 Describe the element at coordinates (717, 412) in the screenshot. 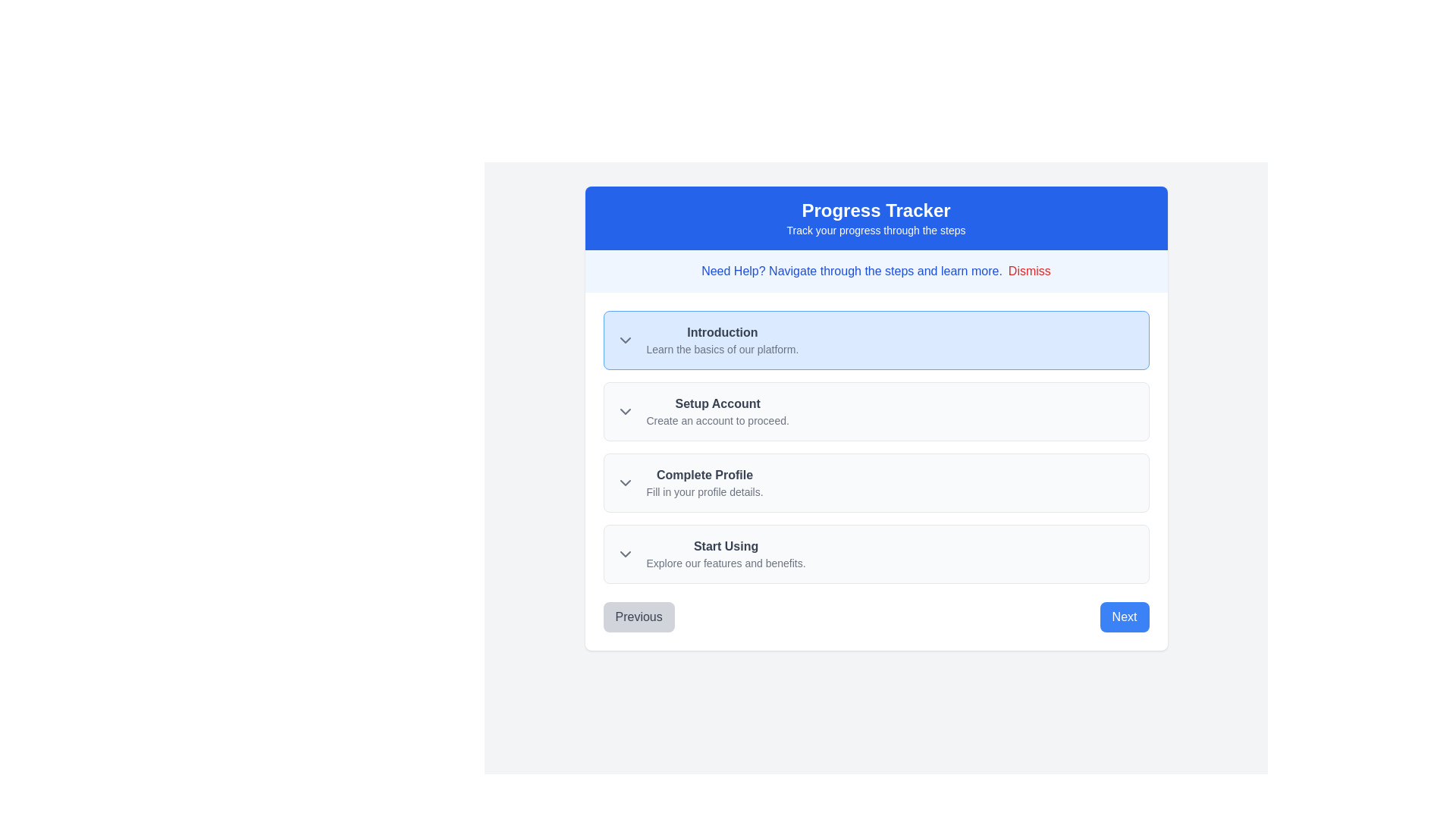

I see `text element titled 'Setup Account' which contains the description 'Create an account to proceed.' located in the progress tracker interface` at that location.